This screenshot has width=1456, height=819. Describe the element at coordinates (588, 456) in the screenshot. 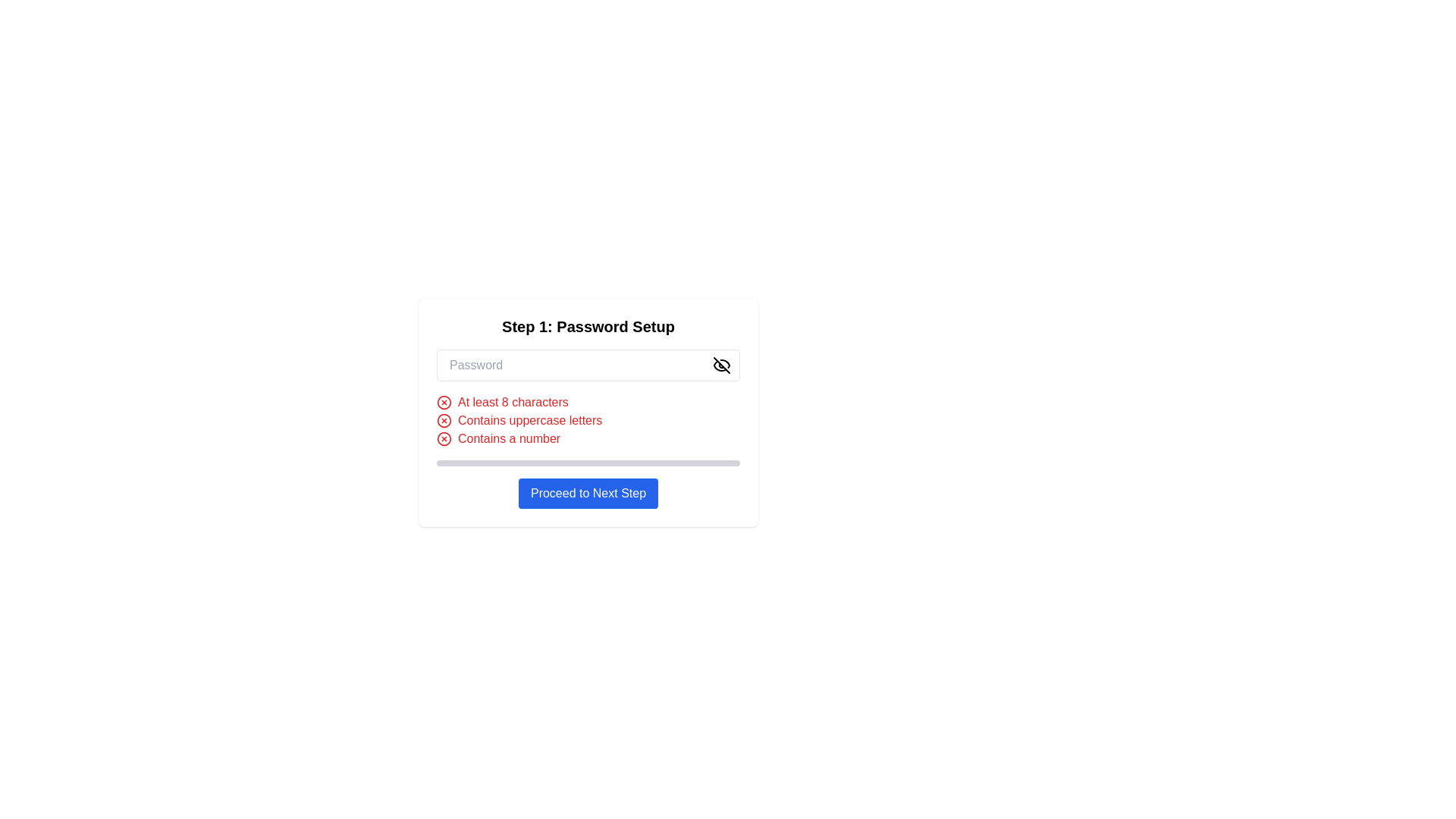

I see `the Progress Bar that indicates the status of the password setup process, positioned below the password requirements checklist and above the 'Proceed to Next Step' button` at that location.